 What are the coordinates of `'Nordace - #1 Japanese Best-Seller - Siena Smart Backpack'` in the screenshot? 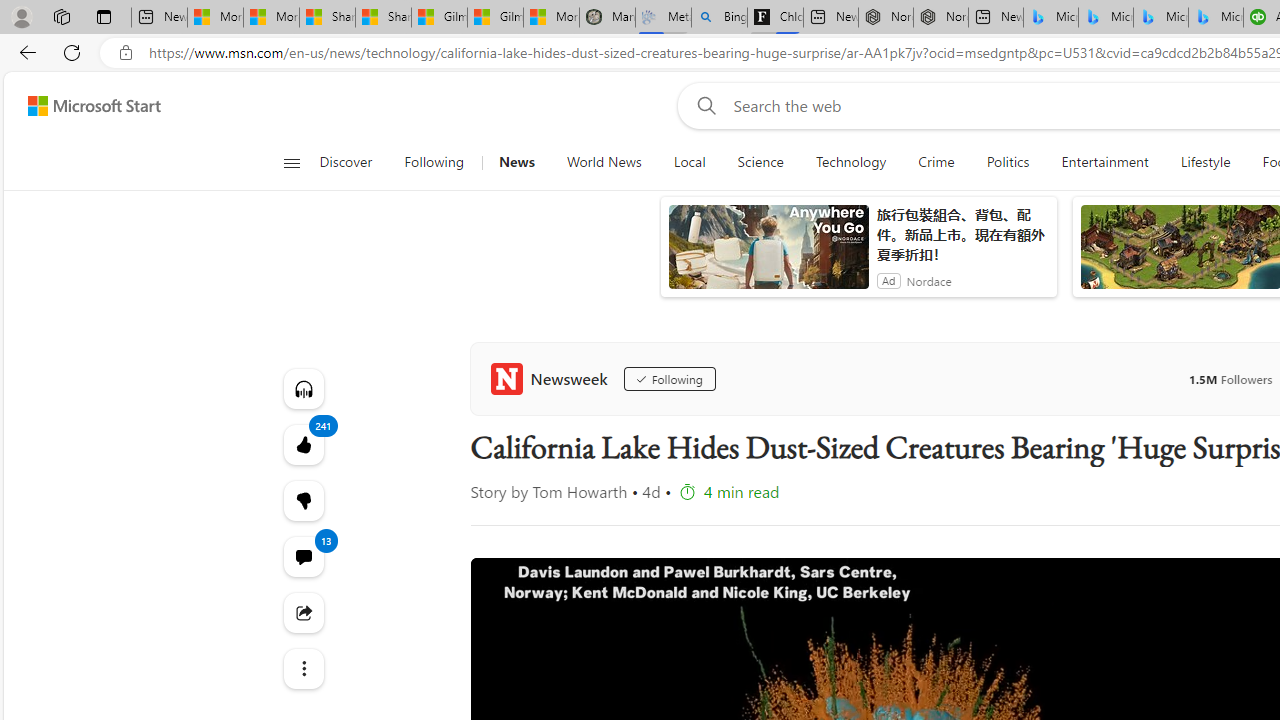 It's located at (939, 17).